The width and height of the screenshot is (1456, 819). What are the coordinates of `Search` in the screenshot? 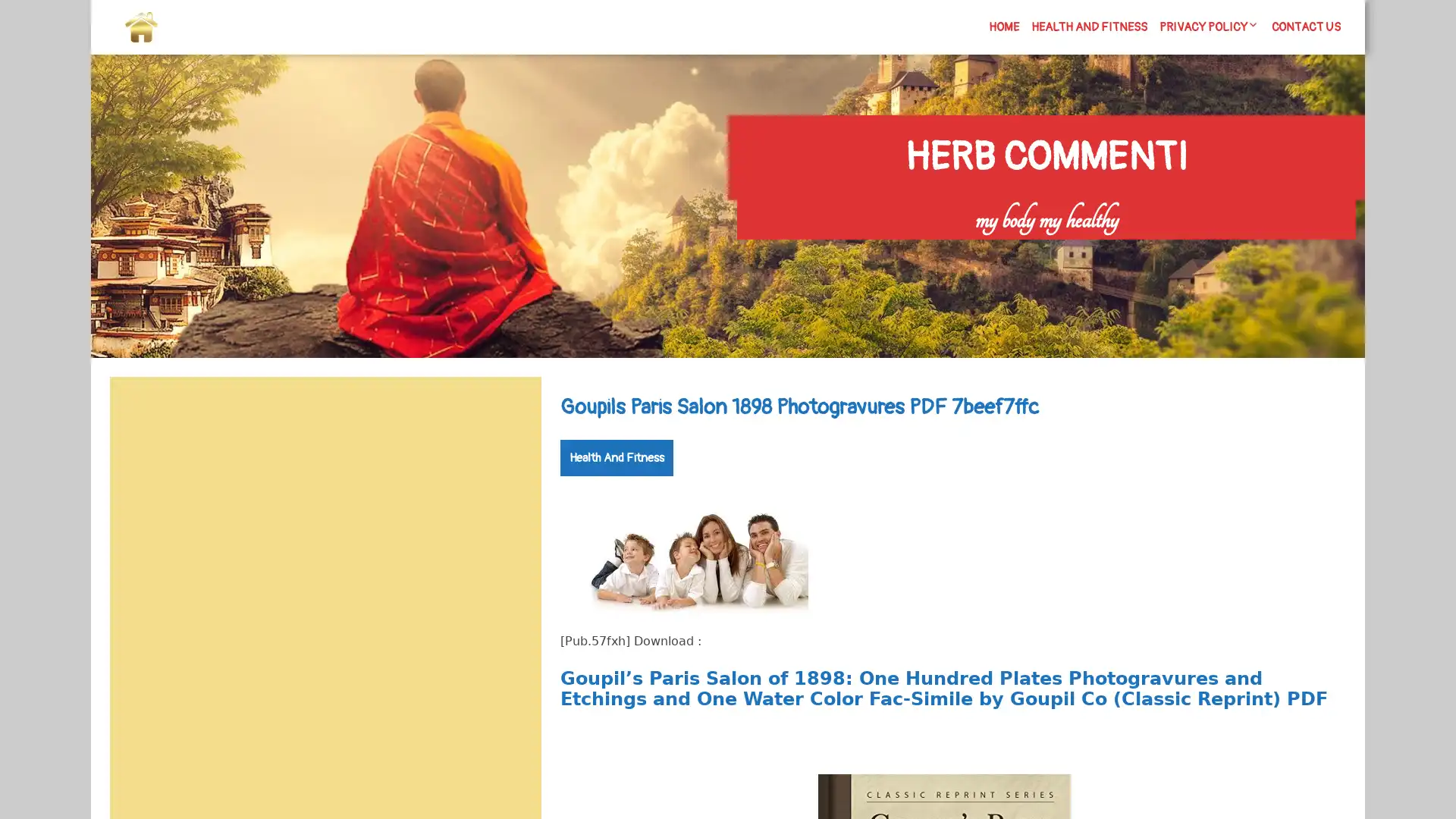 It's located at (506, 413).